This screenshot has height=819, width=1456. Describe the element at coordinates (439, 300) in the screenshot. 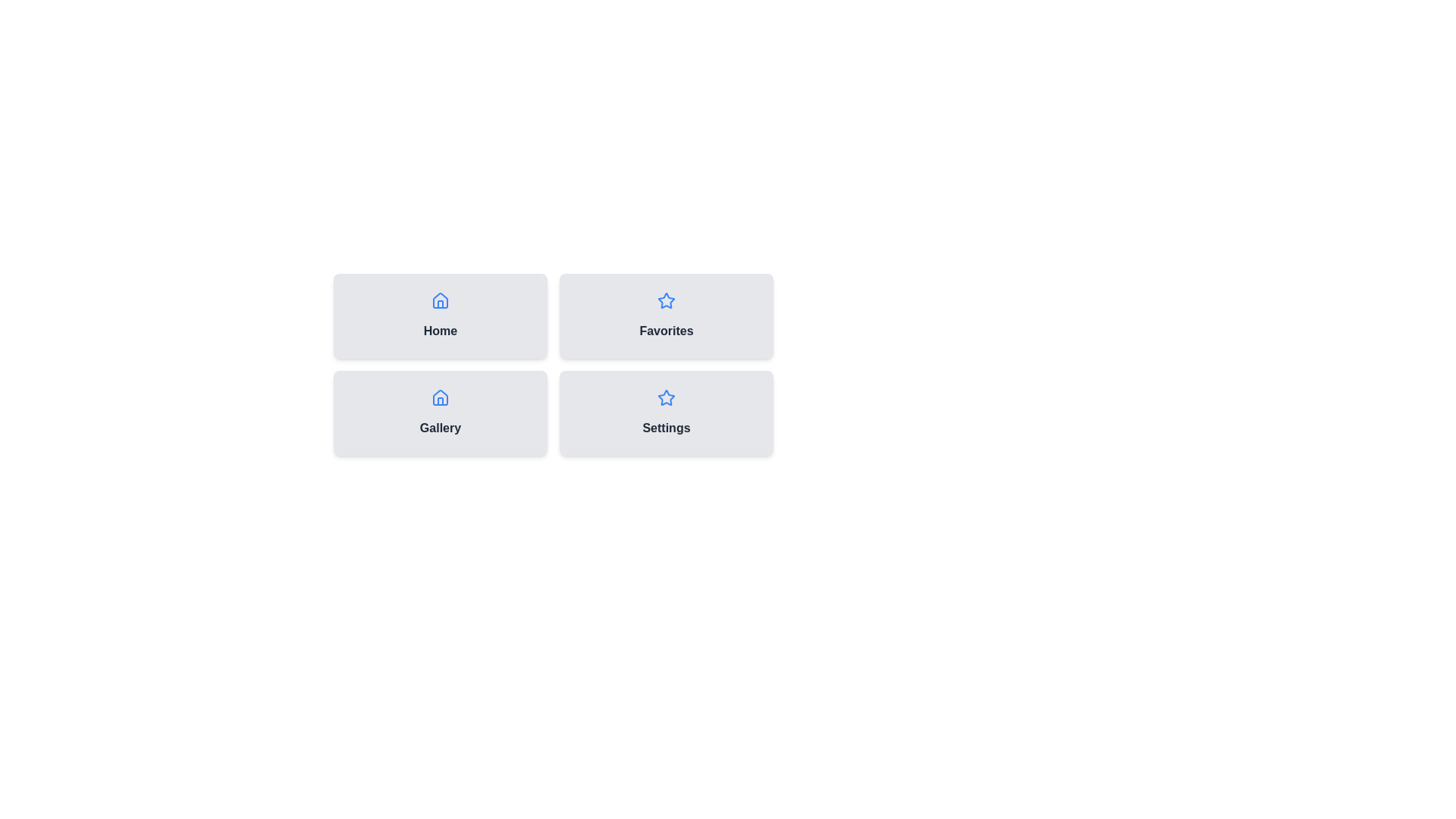

I see `the 'Home' icon located in the upper-left corner of the button grid, which symbolizes the 'Home' concept` at that location.